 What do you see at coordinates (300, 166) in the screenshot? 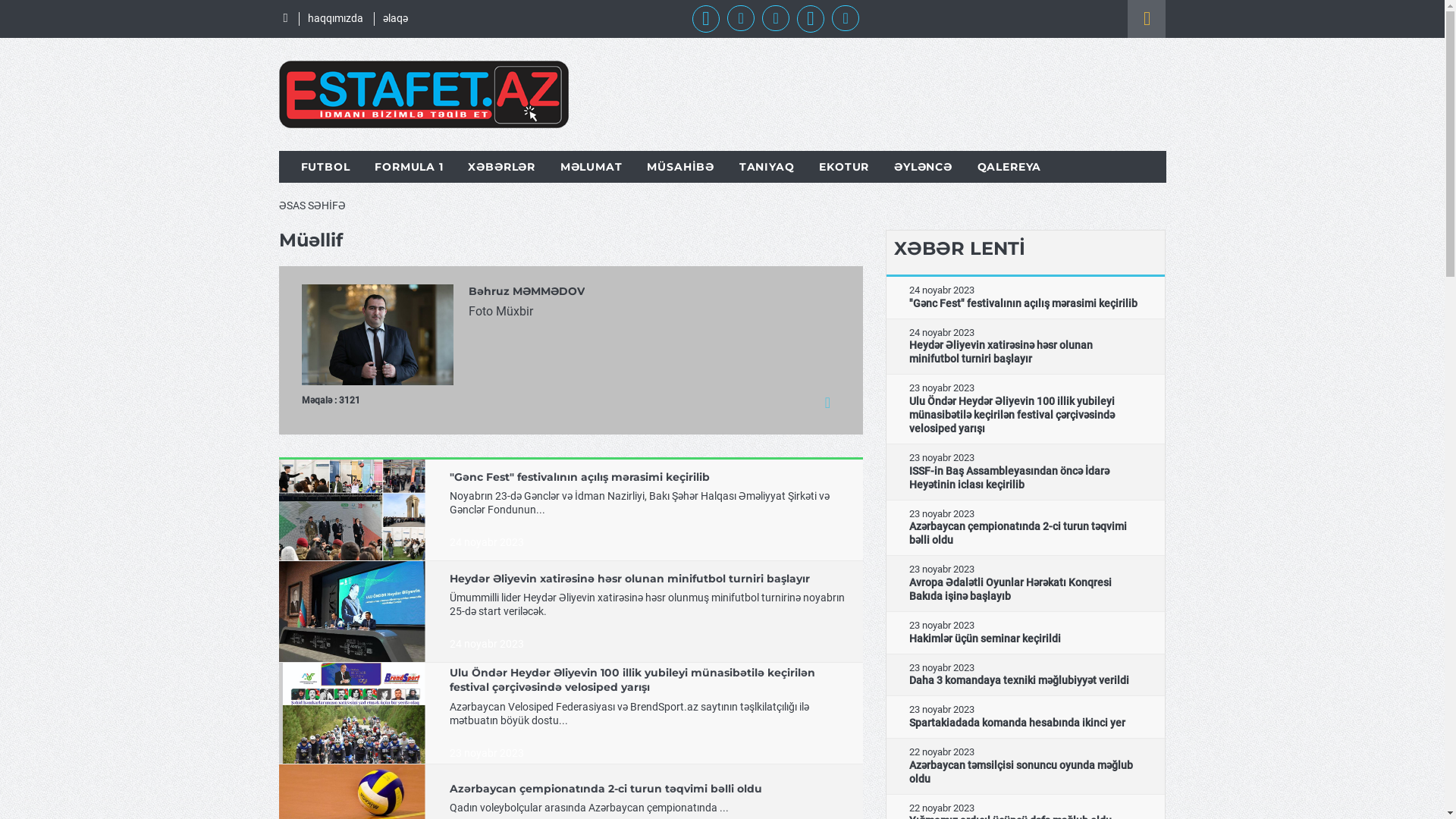
I see `'FUTBOL'` at bounding box center [300, 166].